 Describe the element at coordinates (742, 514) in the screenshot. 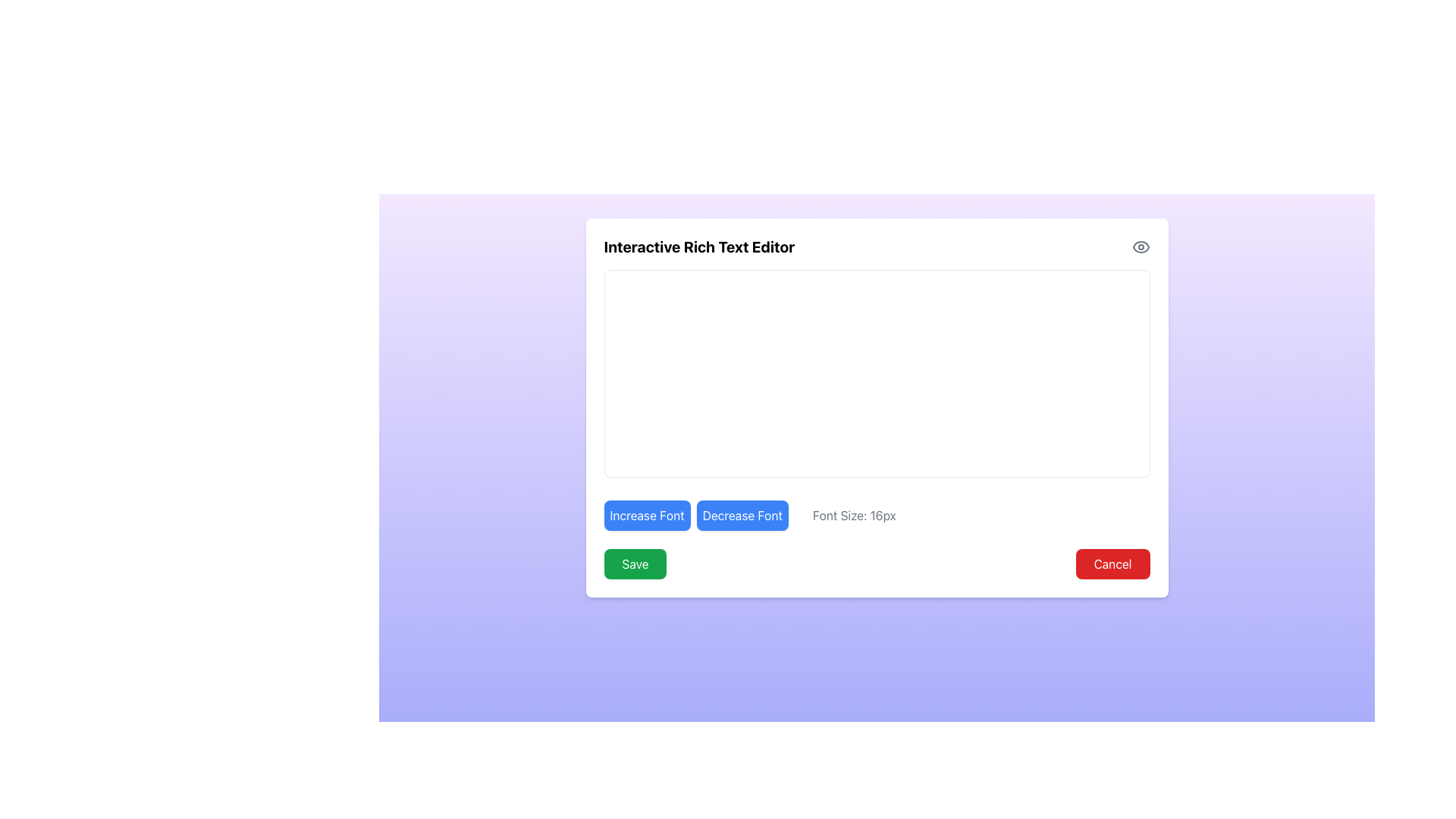

I see `the 'Decrease Font' button, which is a rounded button with a blue background and white text, positioned to the right of the 'Increase Font' button` at that location.